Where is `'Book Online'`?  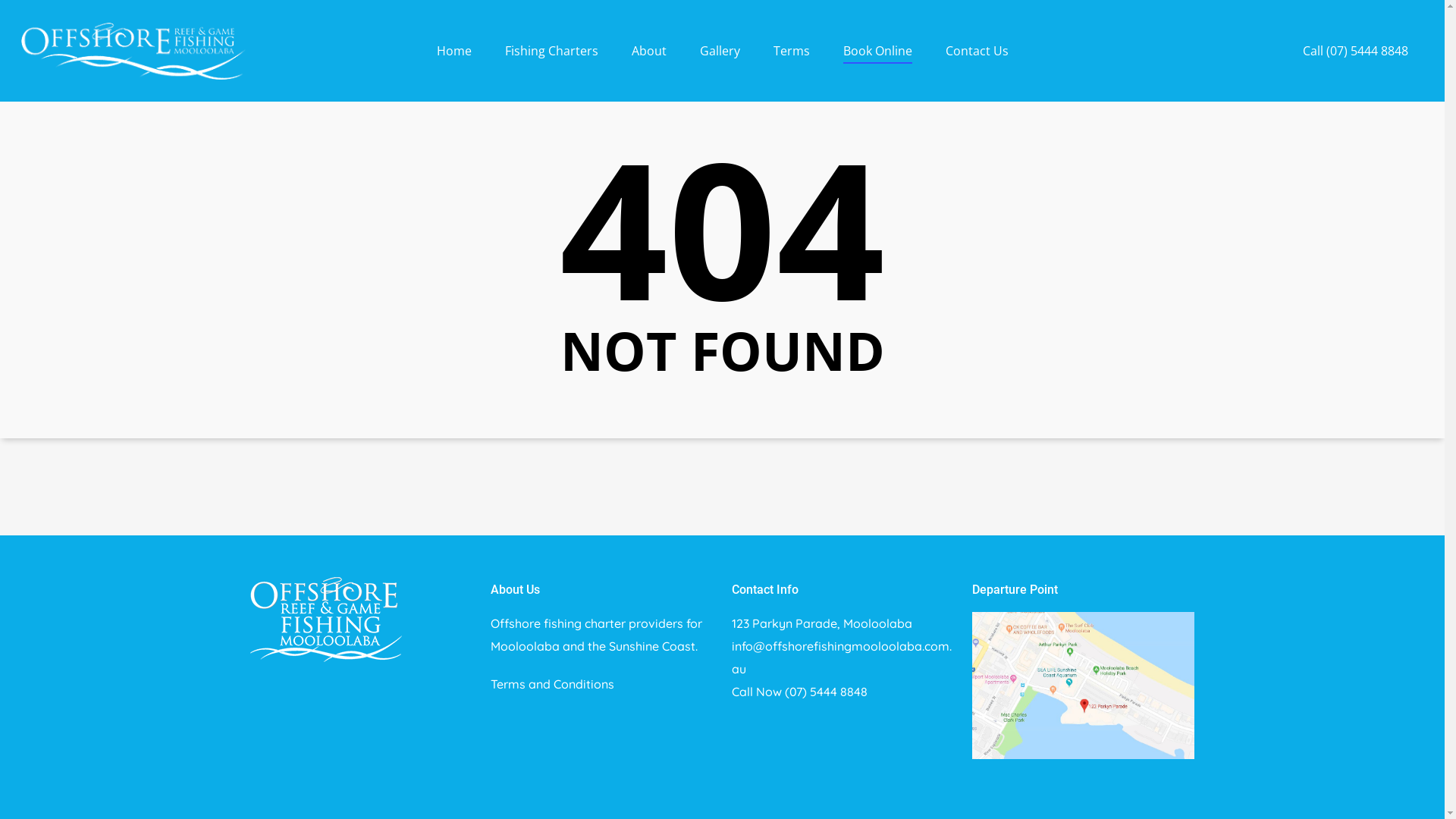 'Book Online' is located at coordinates (877, 61).